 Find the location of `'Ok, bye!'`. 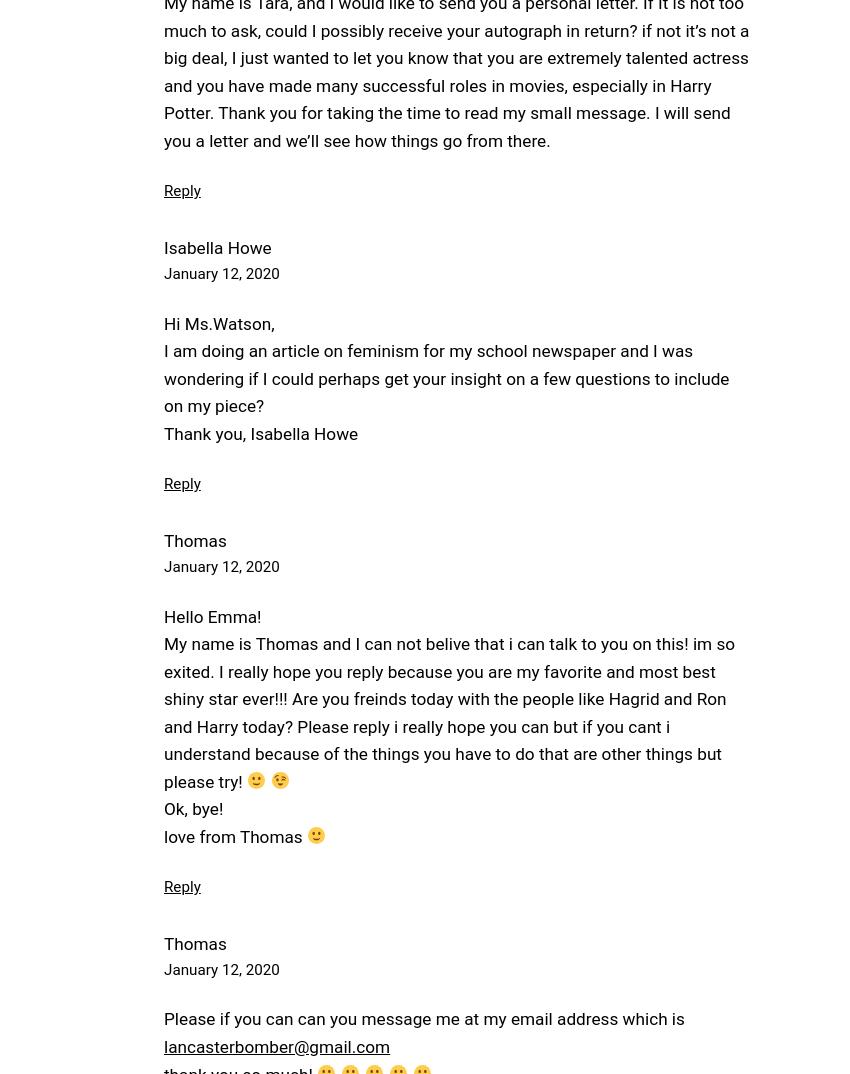

'Ok, bye!' is located at coordinates (192, 809).